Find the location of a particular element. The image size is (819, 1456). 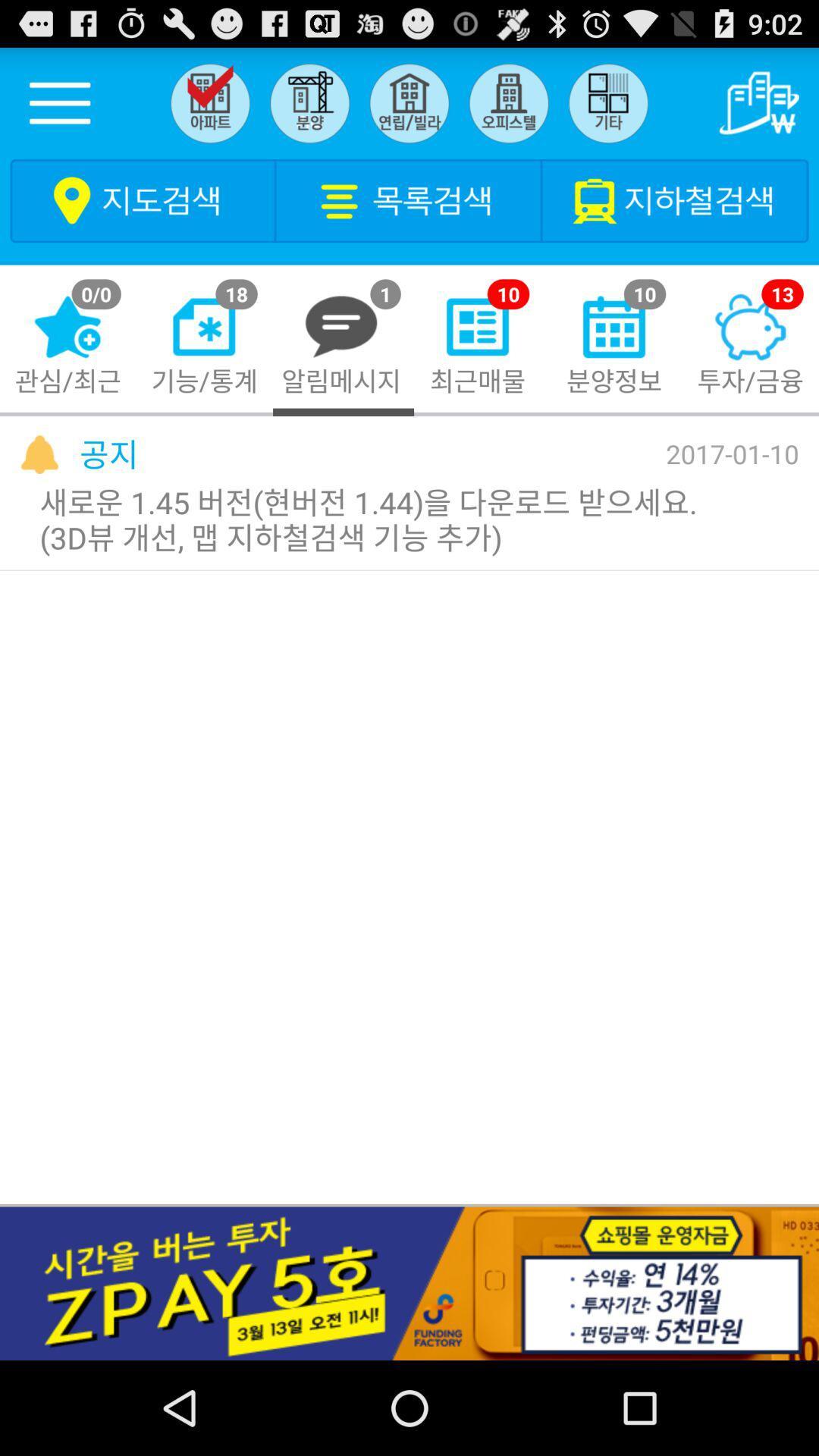

2017-01-10 is located at coordinates (731, 453).